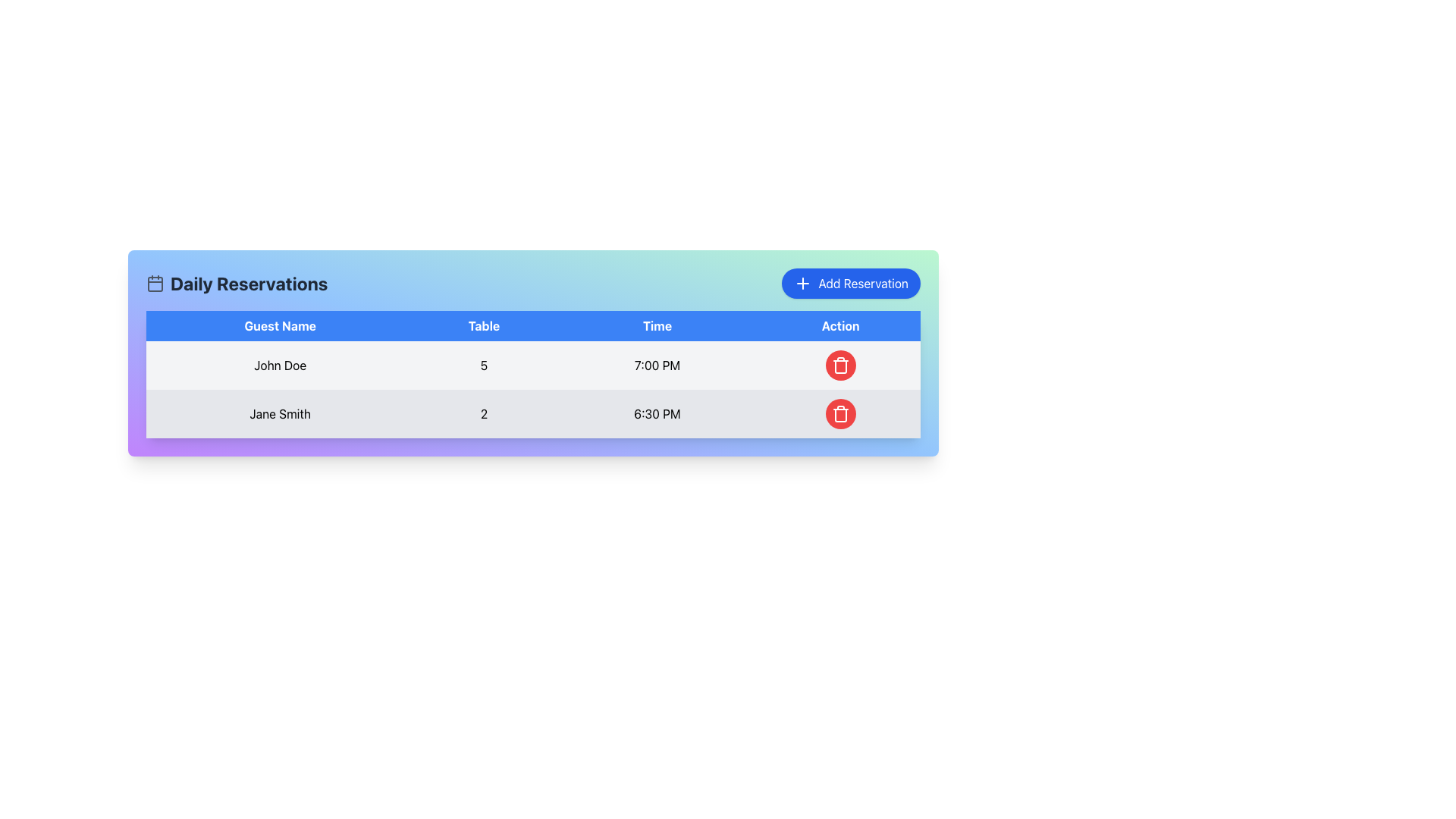  I want to click on the static text display element showing the table number assigned to guest 'John Doe' in the 'Daily Reservations' table, located in the second cell of the first data row under the 'Table' column, so click(483, 366).